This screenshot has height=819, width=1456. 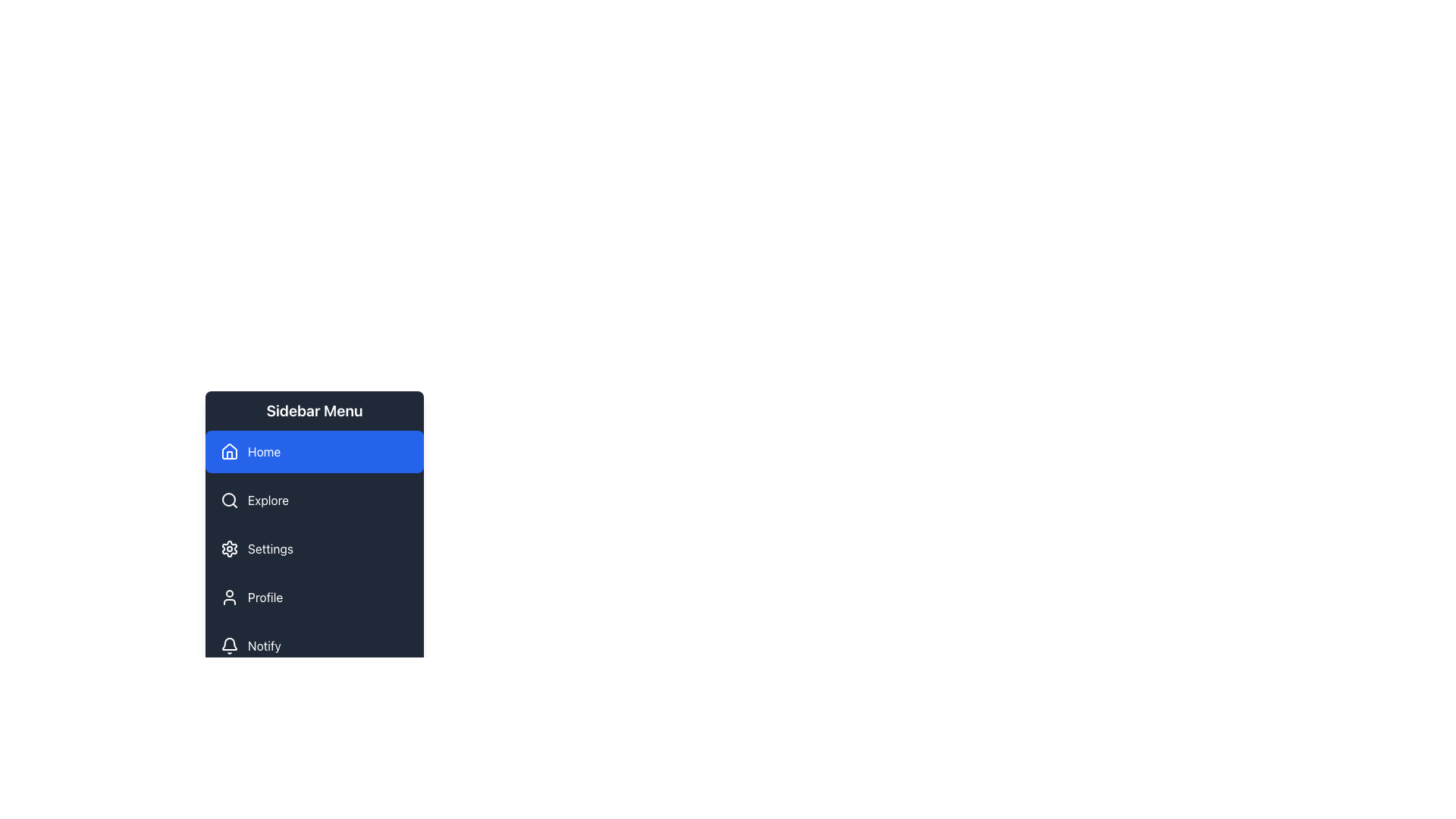 What do you see at coordinates (313, 549) in the screenshot?
I see `the 'Settings' menu item in the sidebar, which is the third item in a vertical list, to trigger focus or styling changes` at bounding box center [313, 549].